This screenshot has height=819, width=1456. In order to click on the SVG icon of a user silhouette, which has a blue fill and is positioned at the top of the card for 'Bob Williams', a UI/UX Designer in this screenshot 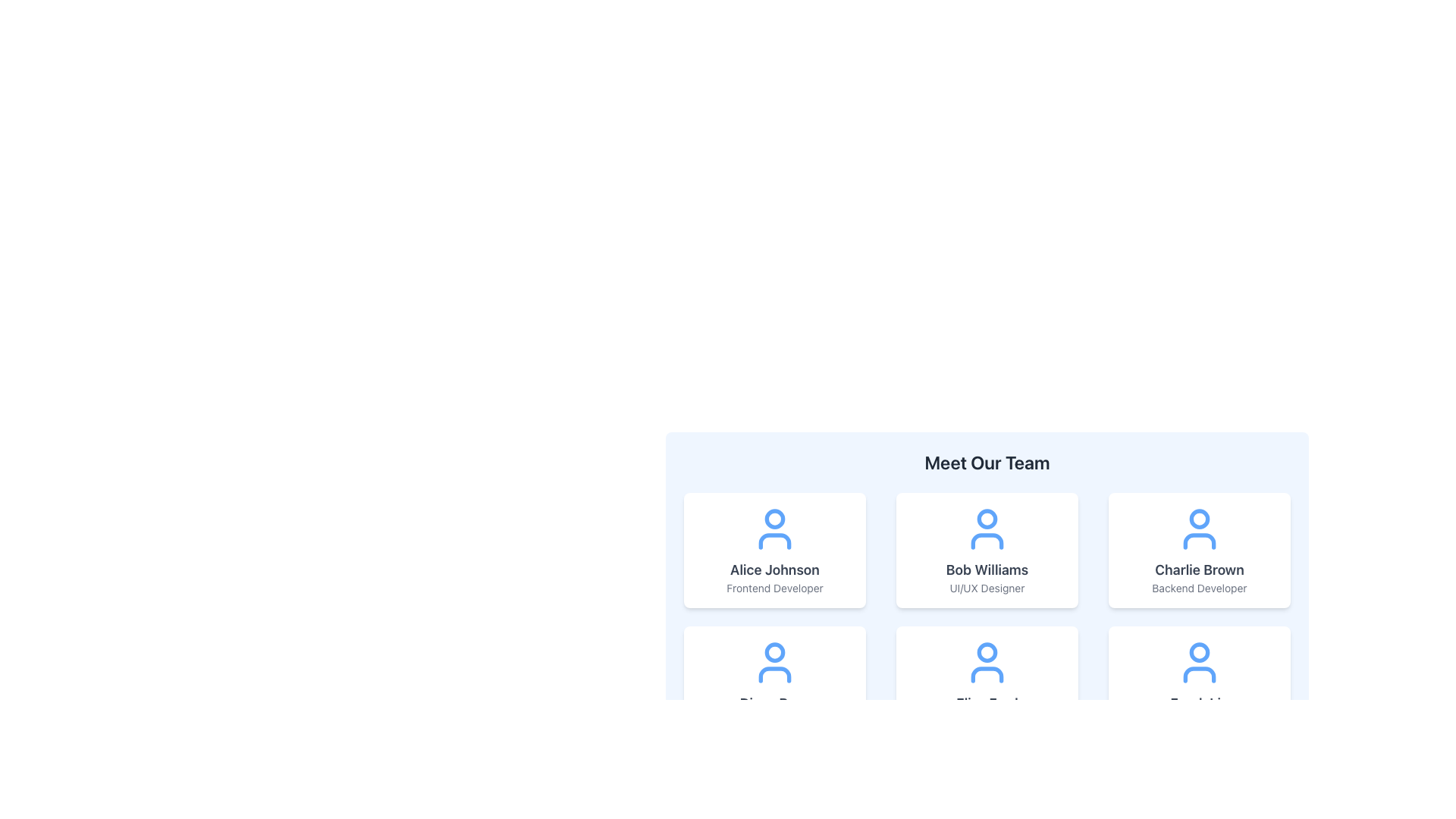, I will do `click(987, 529)`.